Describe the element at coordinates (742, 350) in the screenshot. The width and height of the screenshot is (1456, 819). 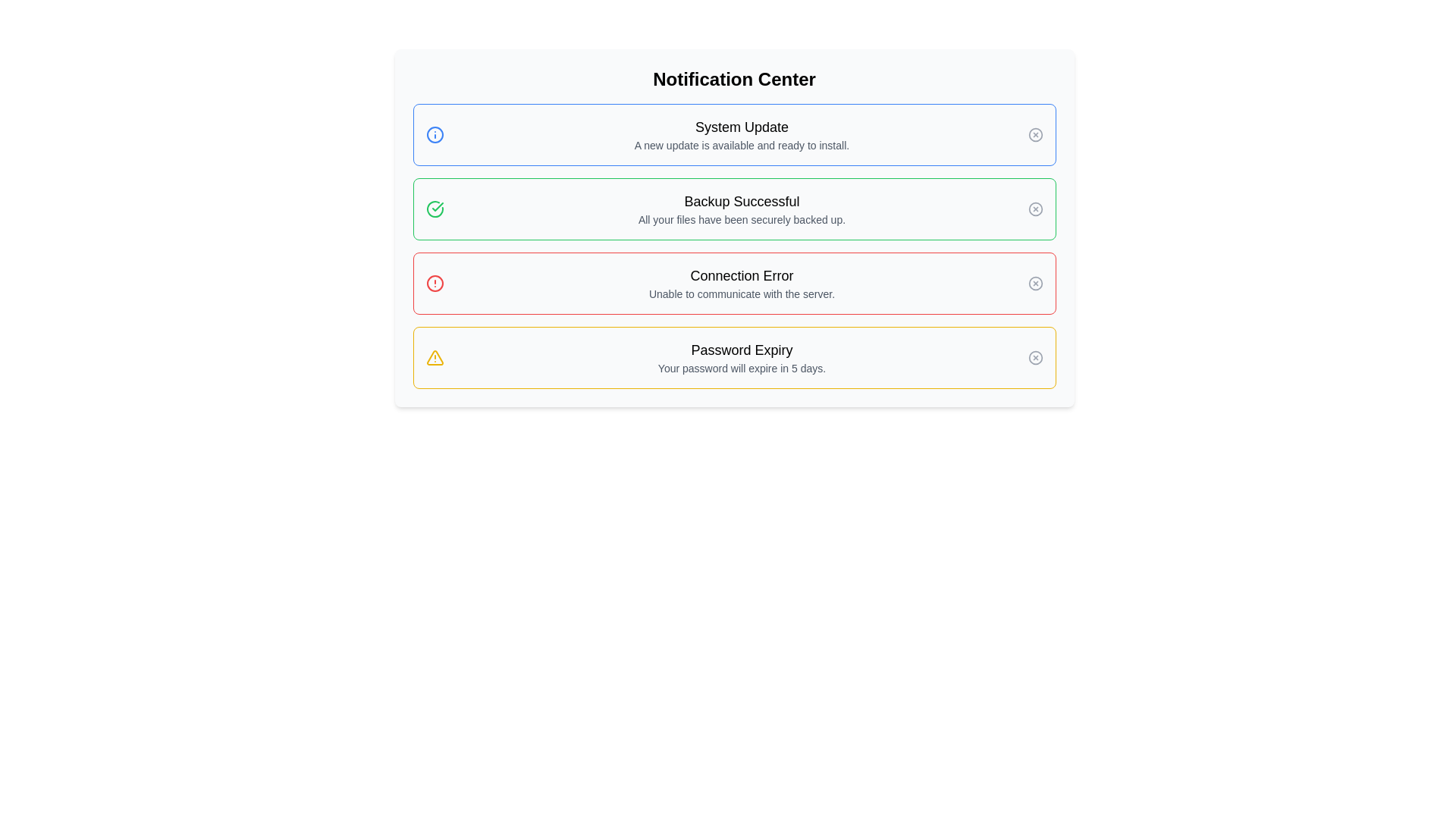
I see `the text label that serves as the header for the password expiration notification, located at the bottom of the notification center interface` at that location.